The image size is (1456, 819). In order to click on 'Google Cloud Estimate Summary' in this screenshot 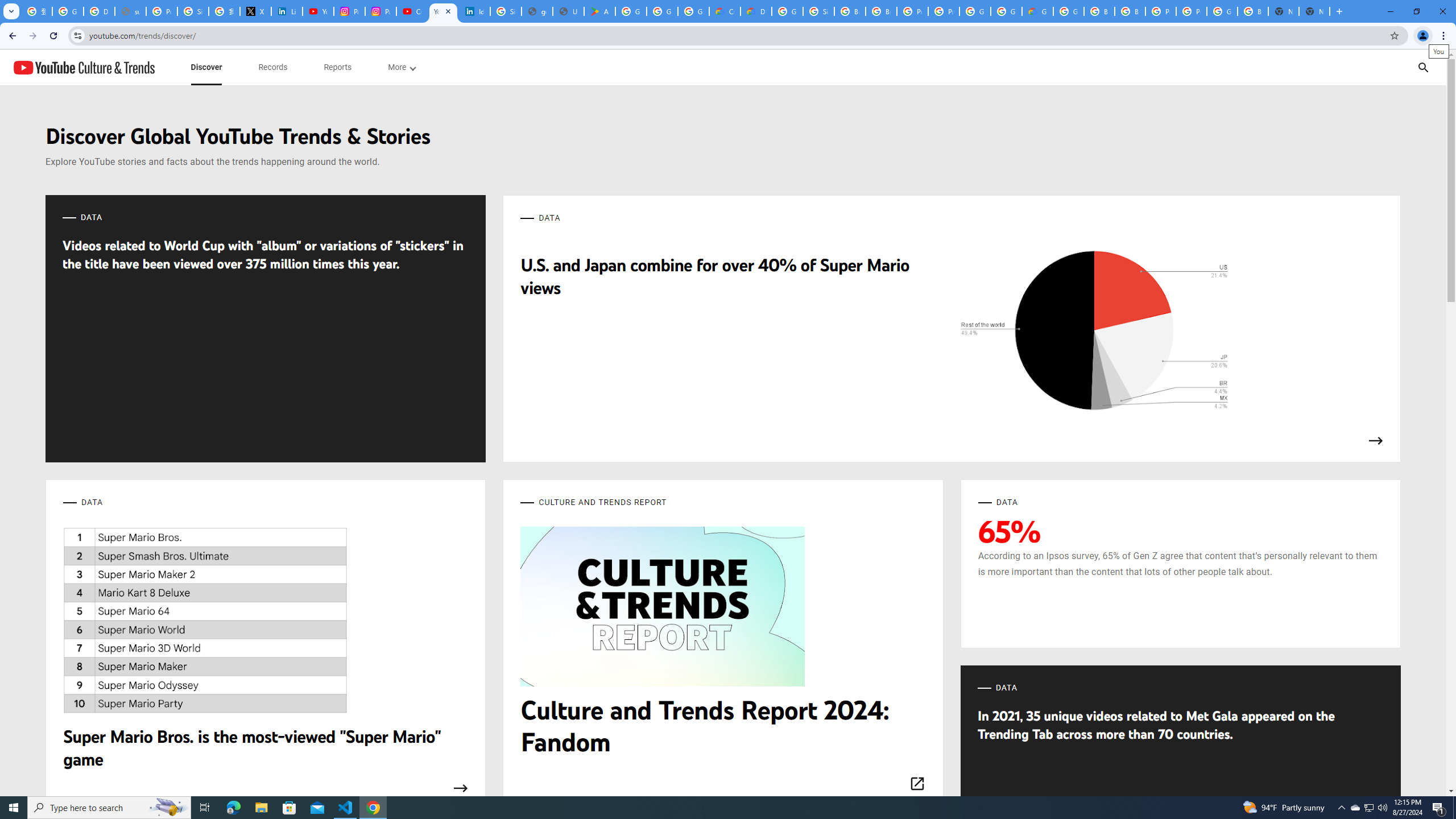, I will do `click(1037, 11)`.